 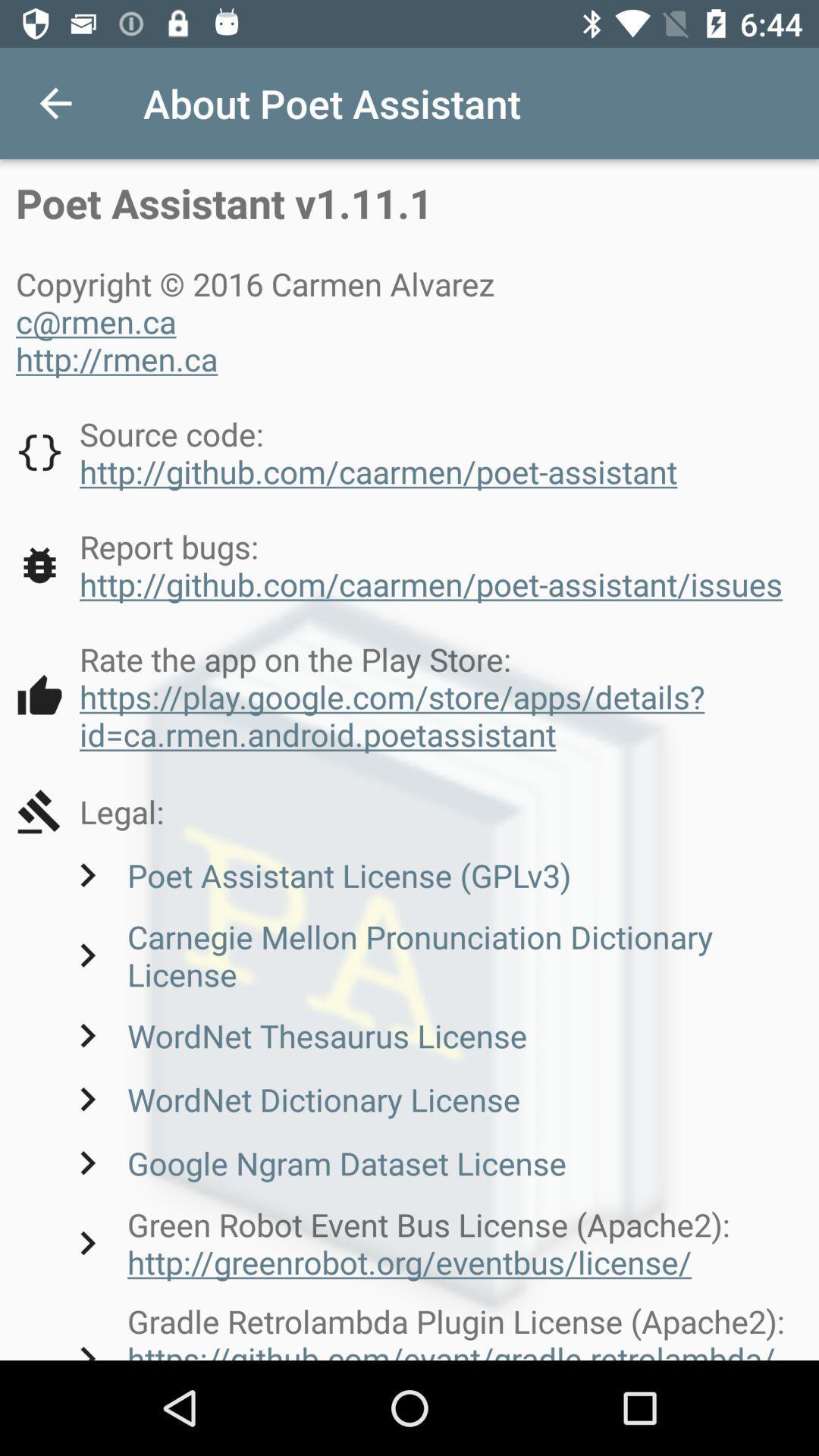 What do you see at coordinates (433, 1243) in the screenshot?
I see `green robot event icon` at bounding box center [433, 1243].